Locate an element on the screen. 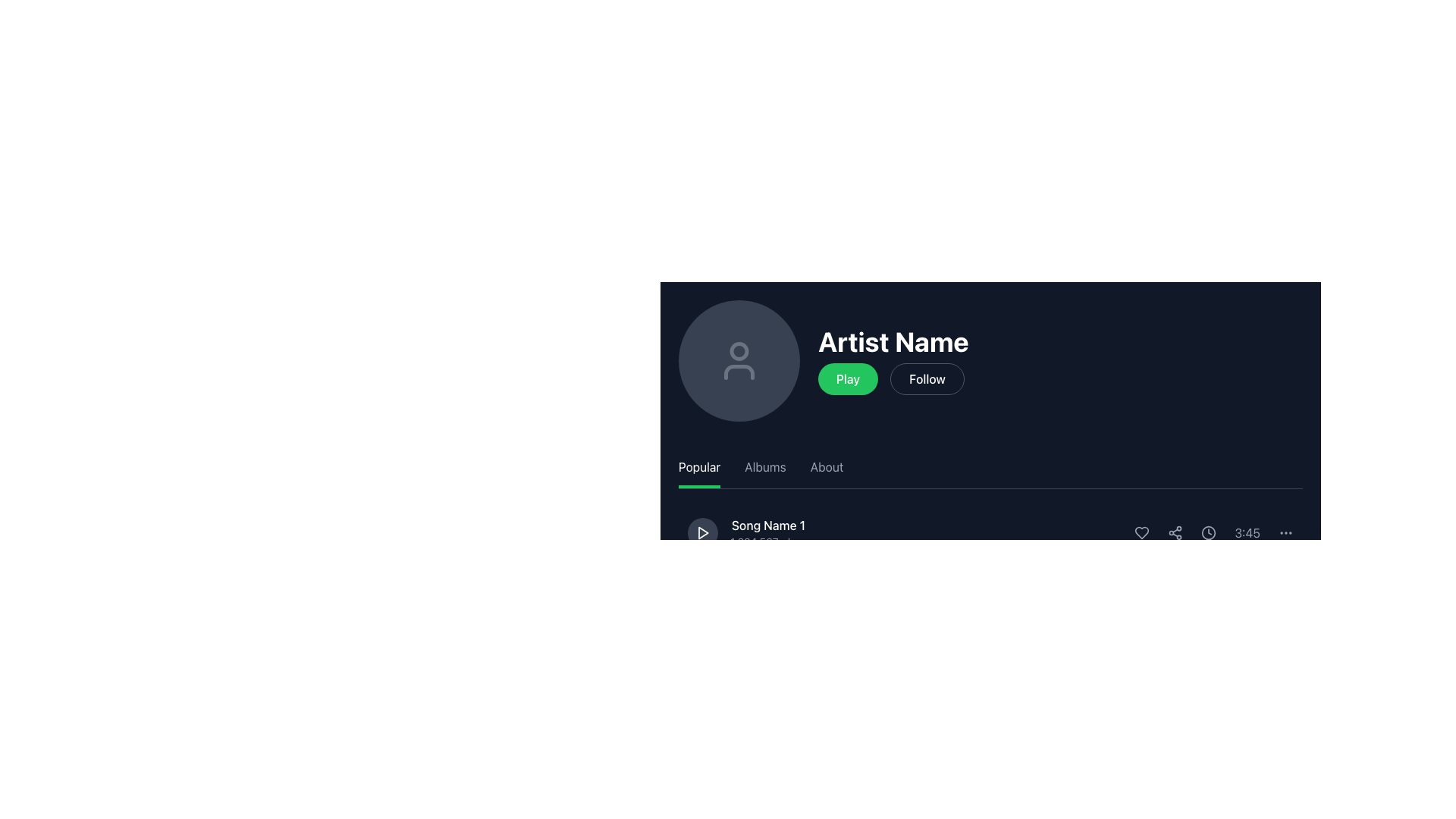 The image size is (1456, 819). the follow button located to the right of the 'Play' button, which will change its border color to white is located at coordinates (927, 378).